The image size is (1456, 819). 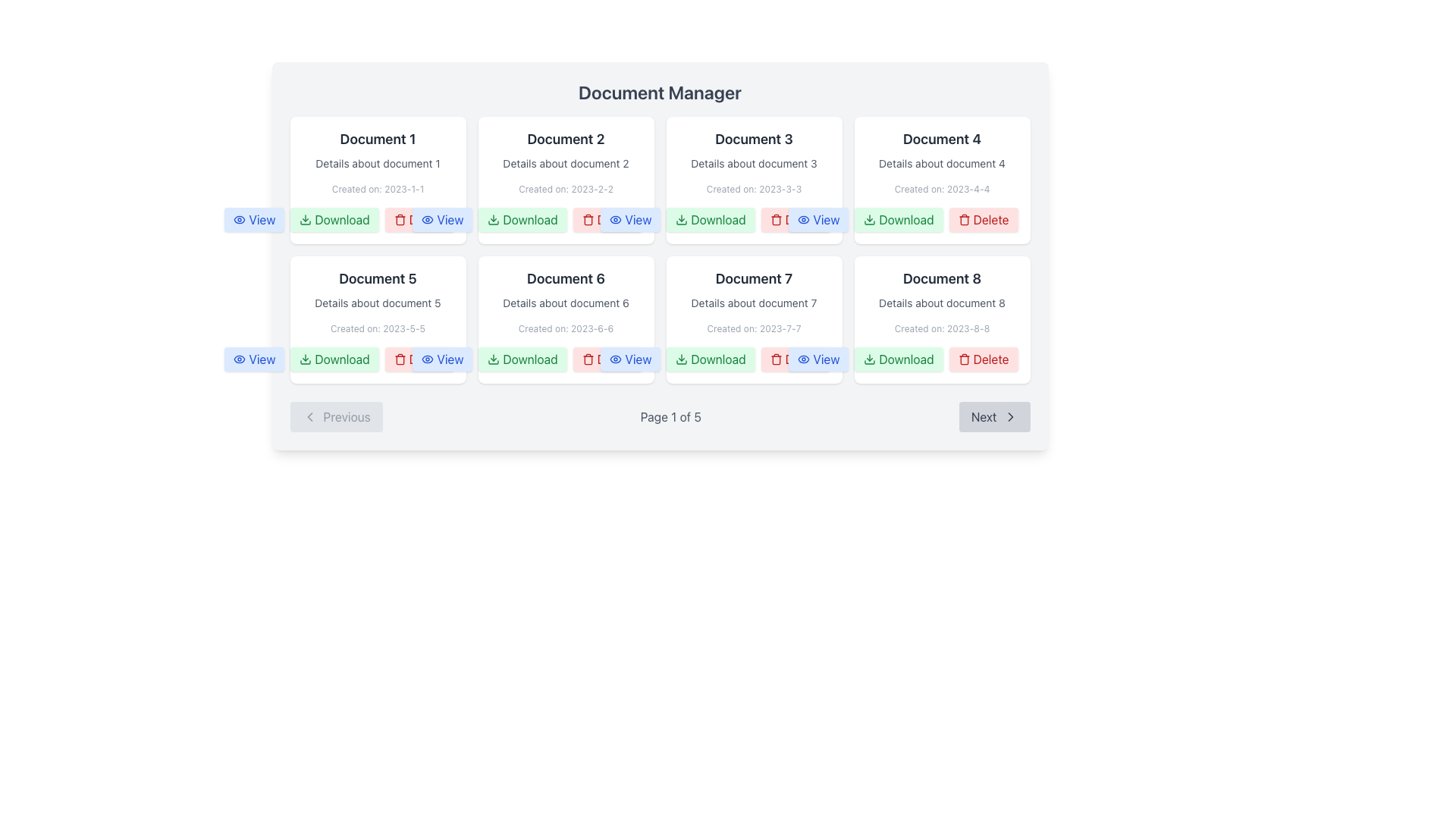 I want to click on the eye-shaped icon located in the top-center portion of the 'View' button in the documents grid, adjacent to the text label 'View', so click(x=427, y=219).